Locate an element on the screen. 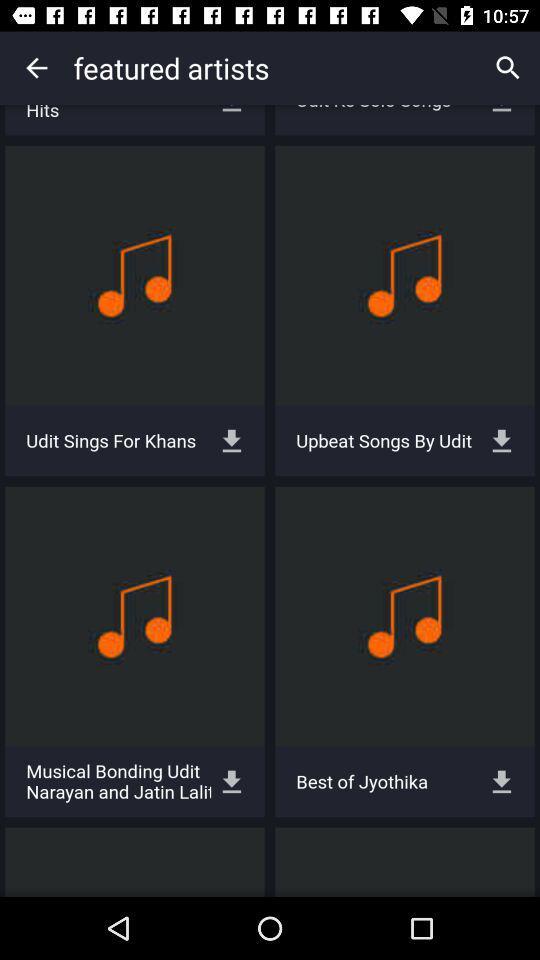  the icon which is above the text best of jyothika is located at coordinates (405, 615).